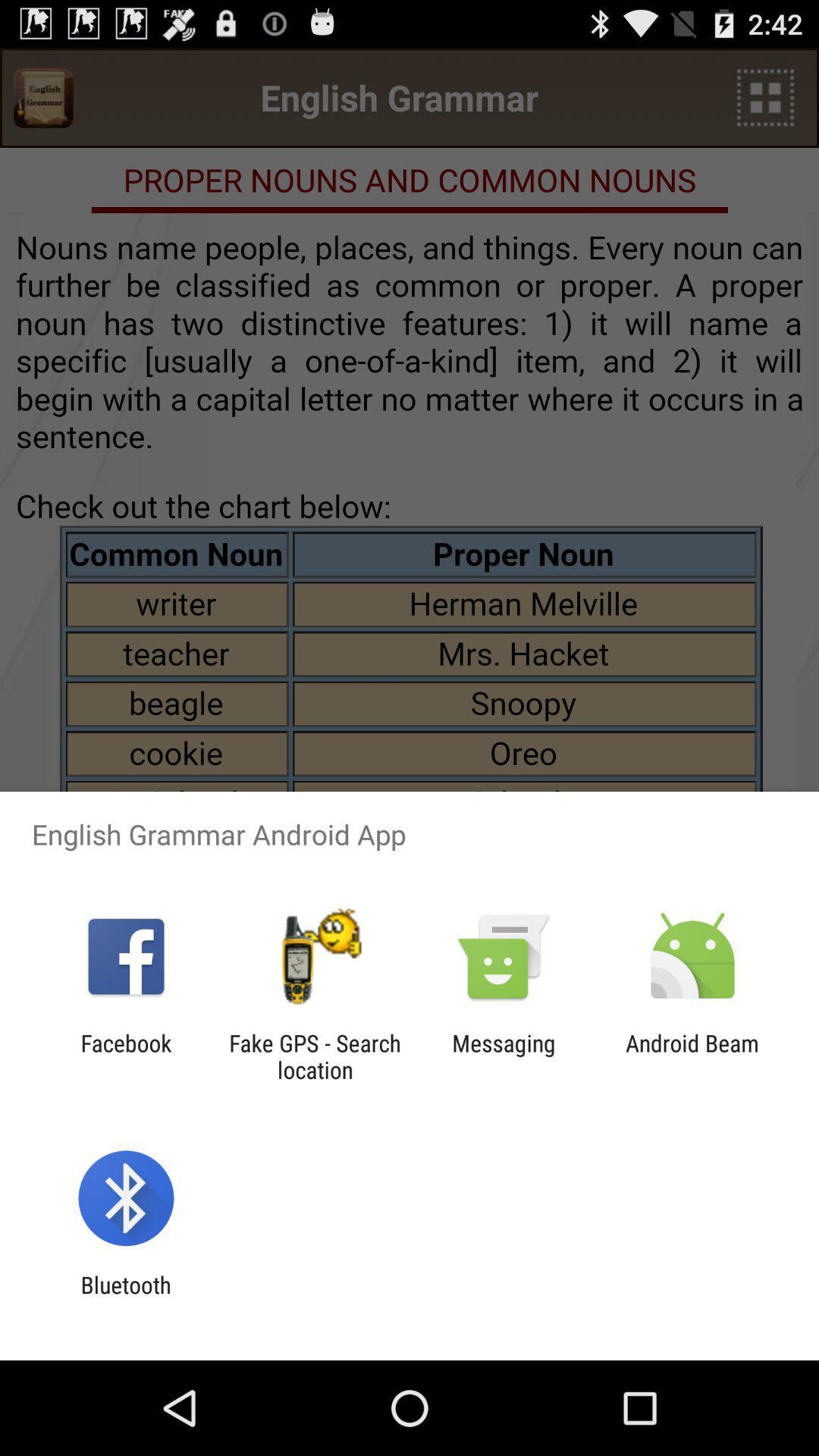 This screenshot has width=819, height=1456. Describe the element at coordinates (125, 1298) in the screenshot. I see `the bluetooth` at that location.